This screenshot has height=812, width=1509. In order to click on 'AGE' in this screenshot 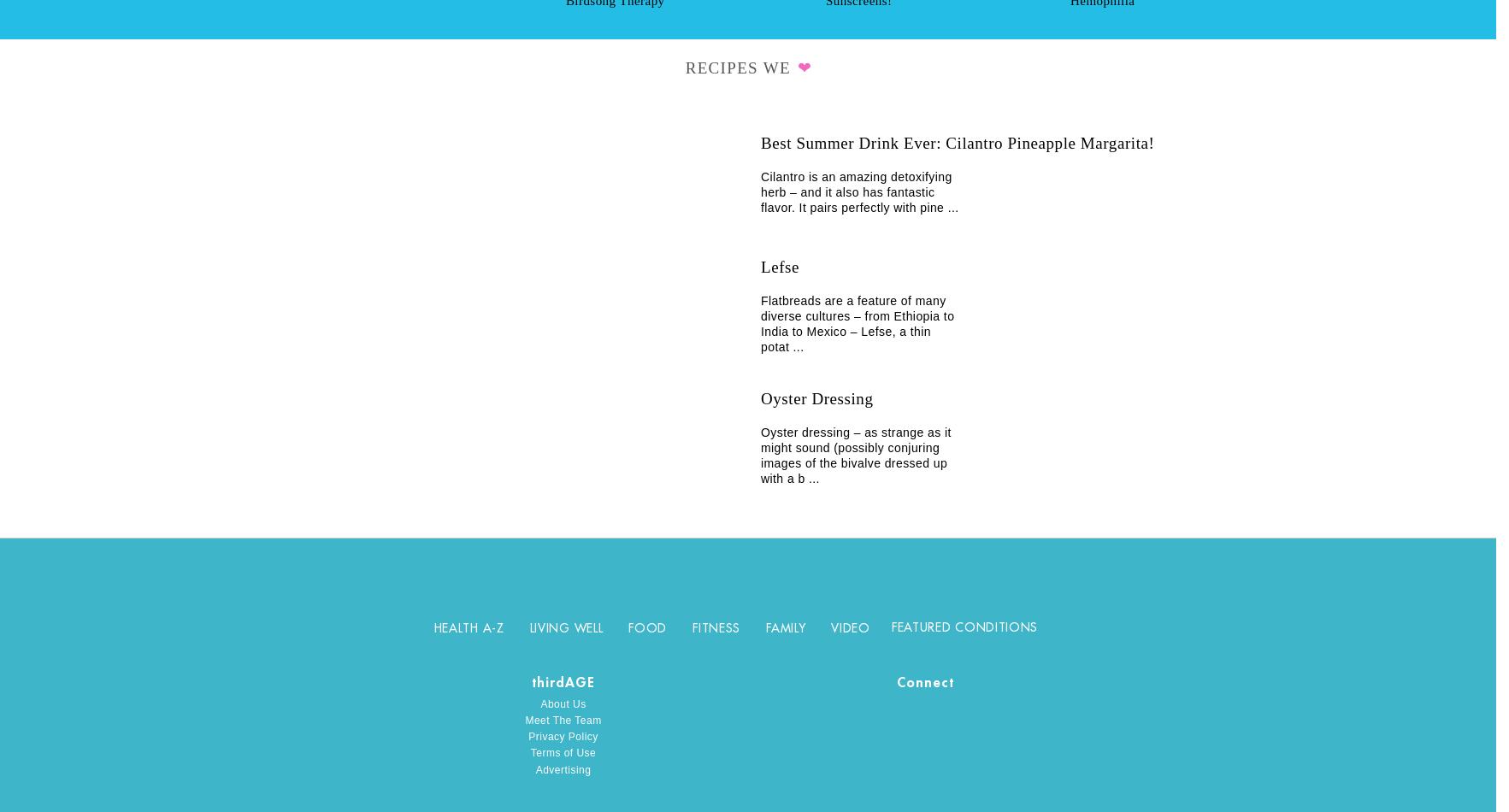, I will do `click(563, 681)`.